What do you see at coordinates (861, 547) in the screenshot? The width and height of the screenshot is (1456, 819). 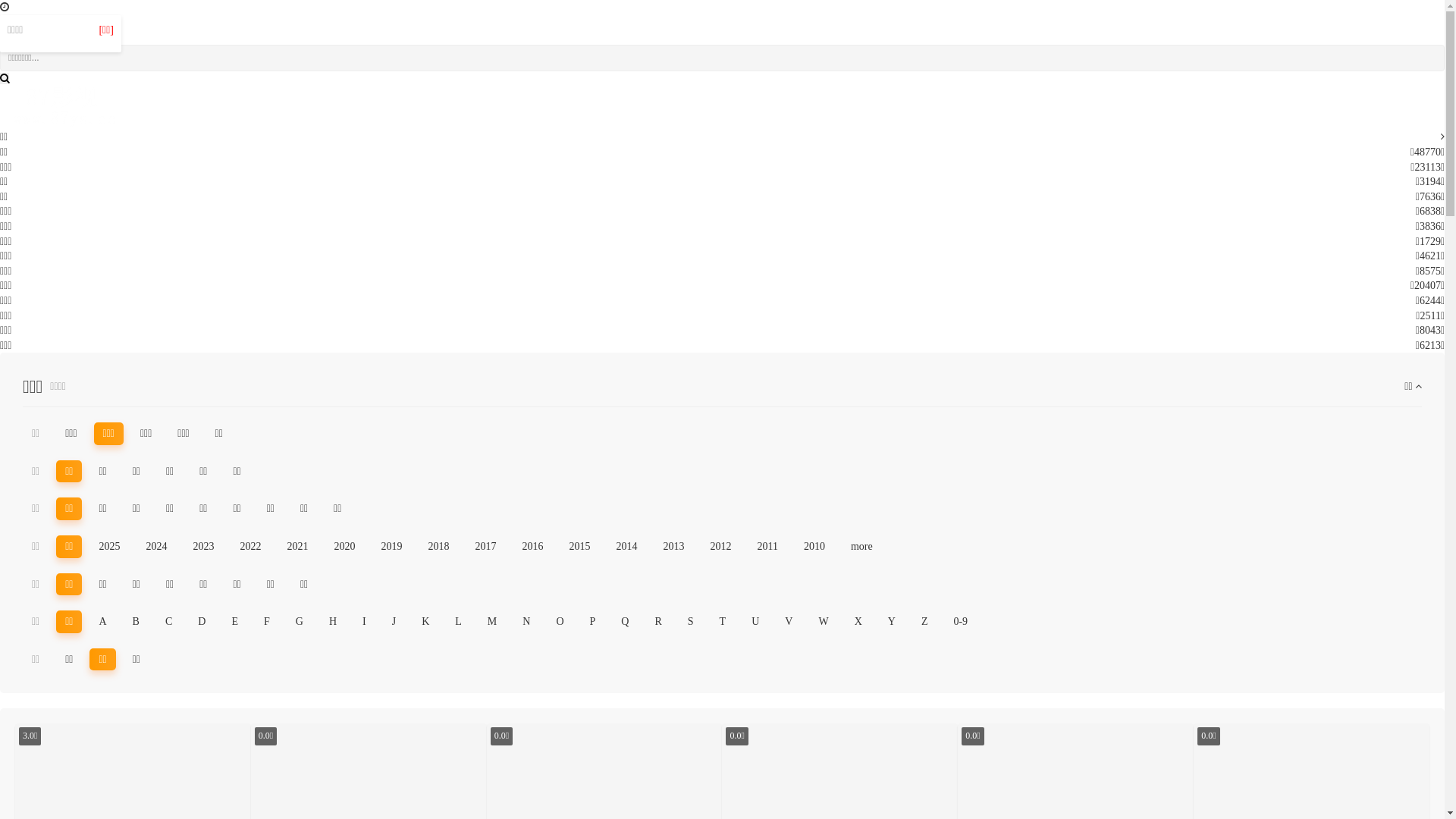 I see `'more'` at bounding box center [861, 547].